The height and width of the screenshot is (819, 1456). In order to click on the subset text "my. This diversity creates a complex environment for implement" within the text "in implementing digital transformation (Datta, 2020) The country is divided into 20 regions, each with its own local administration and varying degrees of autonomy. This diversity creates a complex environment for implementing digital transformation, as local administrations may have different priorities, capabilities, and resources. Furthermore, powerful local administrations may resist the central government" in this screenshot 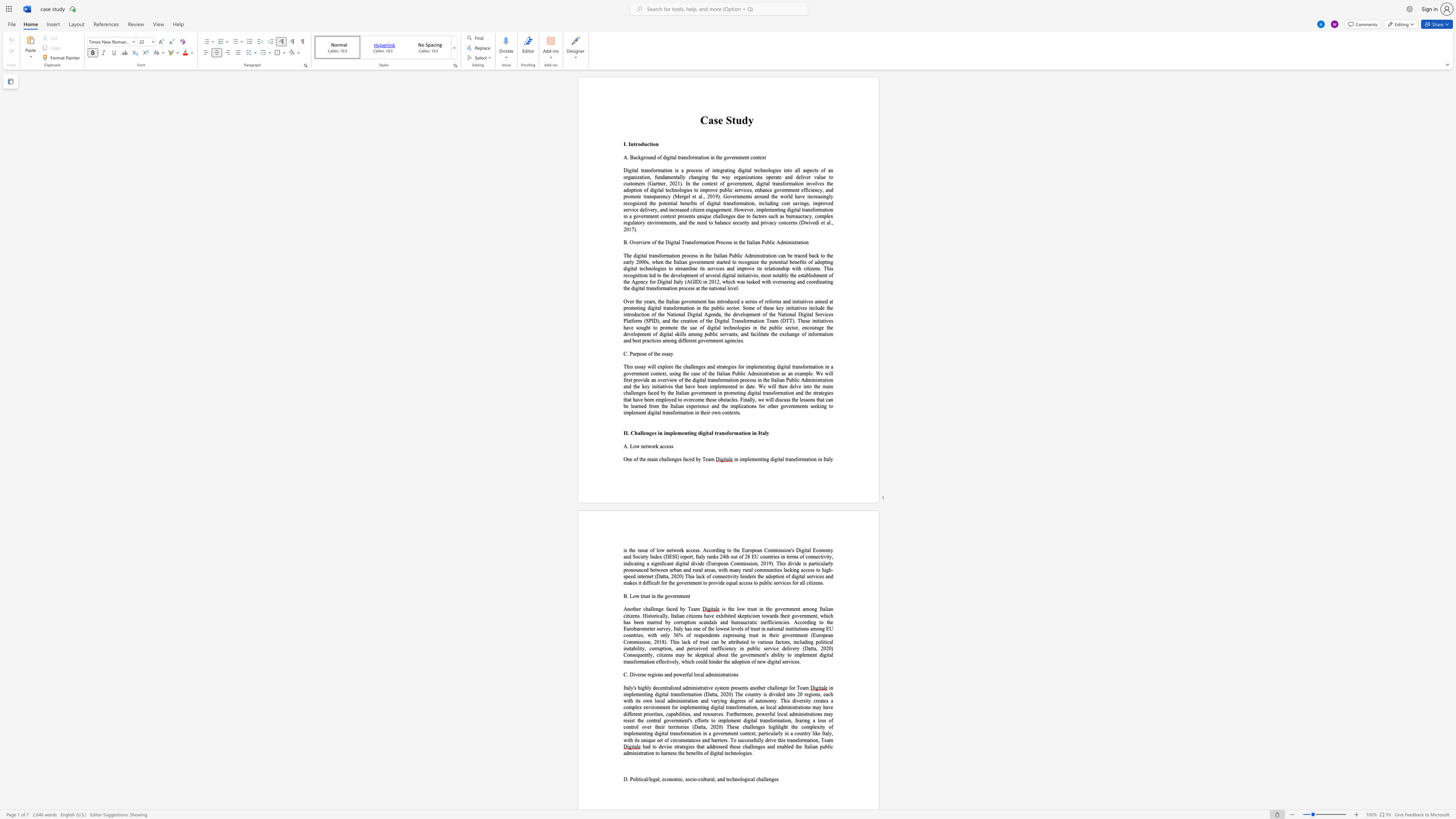, I will do `click(769, 700)`.